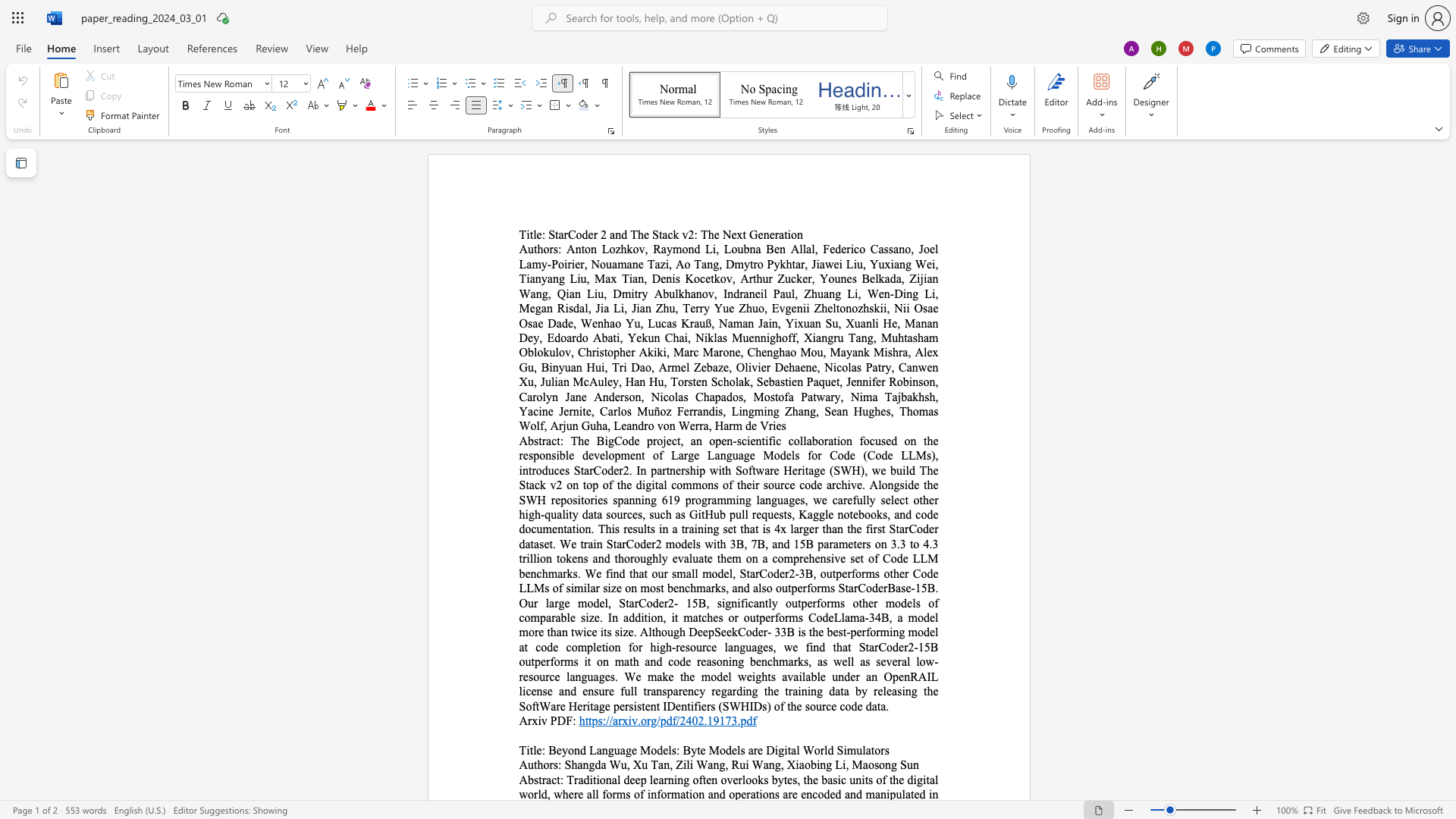 This screenshot has height=819, width=1456. Describe the element at coordinates (715, 764) in the screenshot. I see `the 1th character "n" in the text` at that location.